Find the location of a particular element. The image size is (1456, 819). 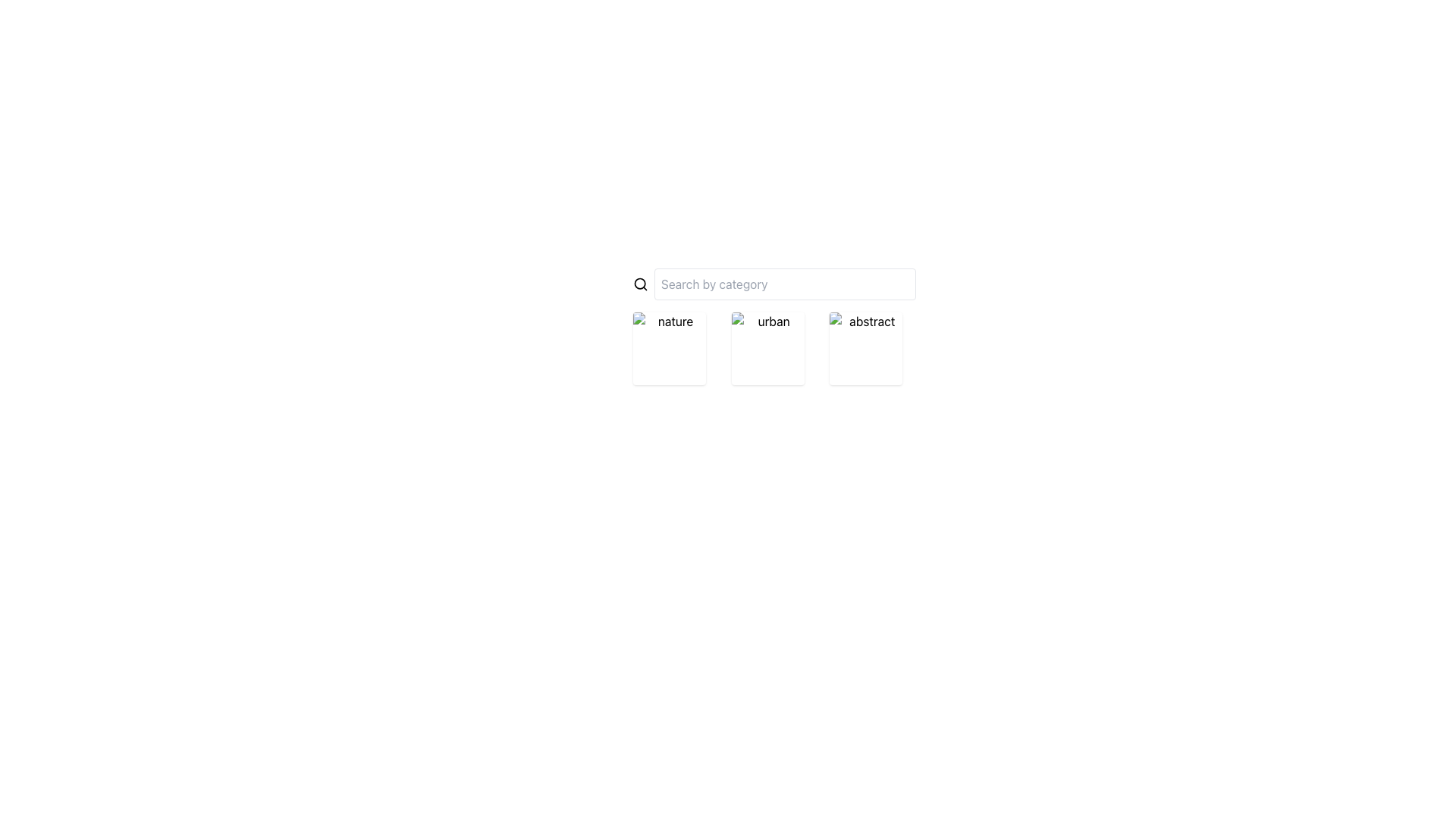

the 'abstract' selectable tile, which is the last in a row of three tiles labeled 'nature', 'urban', and 'abstract' is located at coordinates (866, 348).